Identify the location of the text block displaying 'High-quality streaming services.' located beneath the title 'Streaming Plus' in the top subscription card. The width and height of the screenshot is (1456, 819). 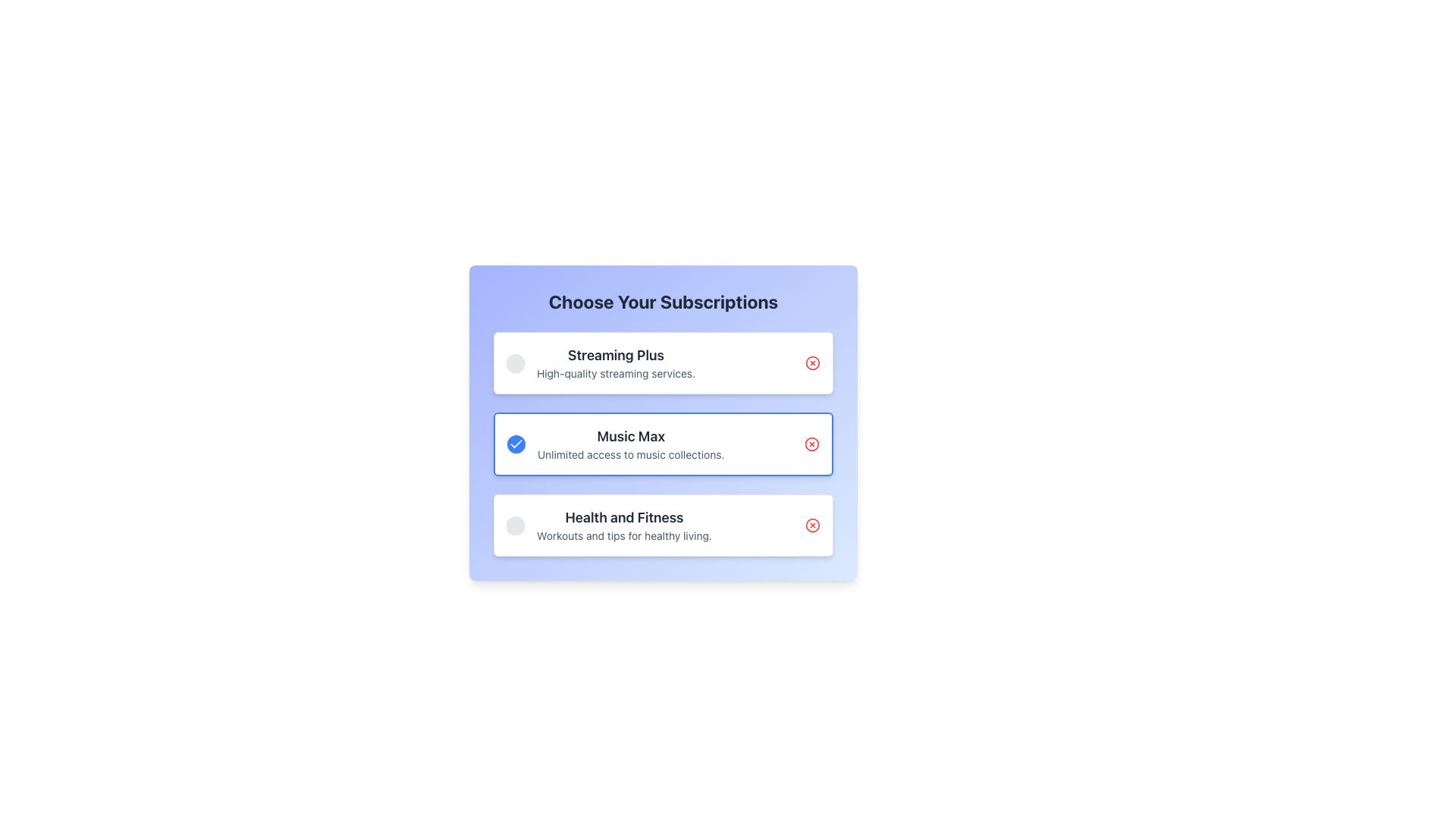
(616, 374).